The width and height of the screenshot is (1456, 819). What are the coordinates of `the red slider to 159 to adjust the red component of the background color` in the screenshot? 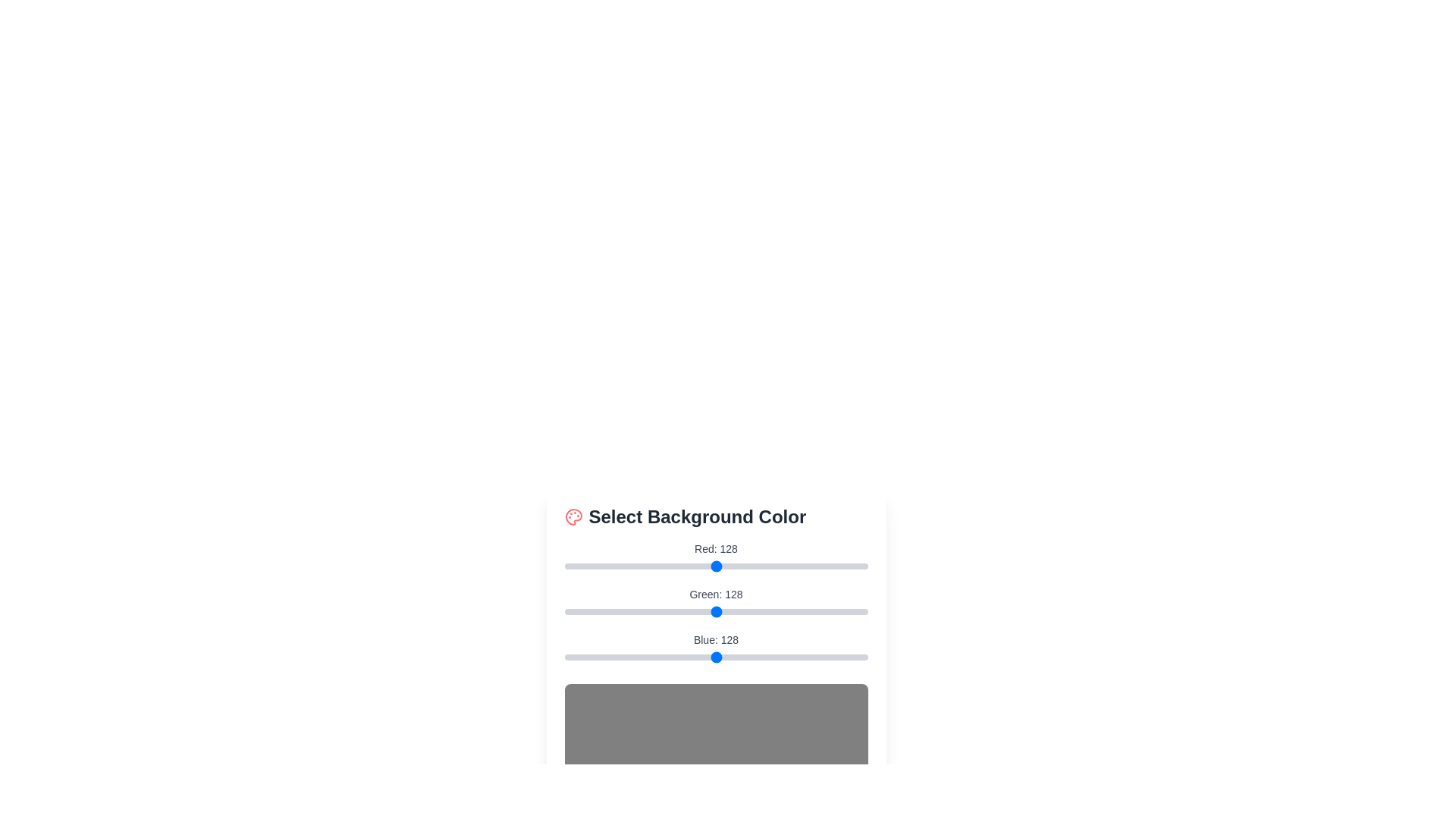 It's located at (753, 566).